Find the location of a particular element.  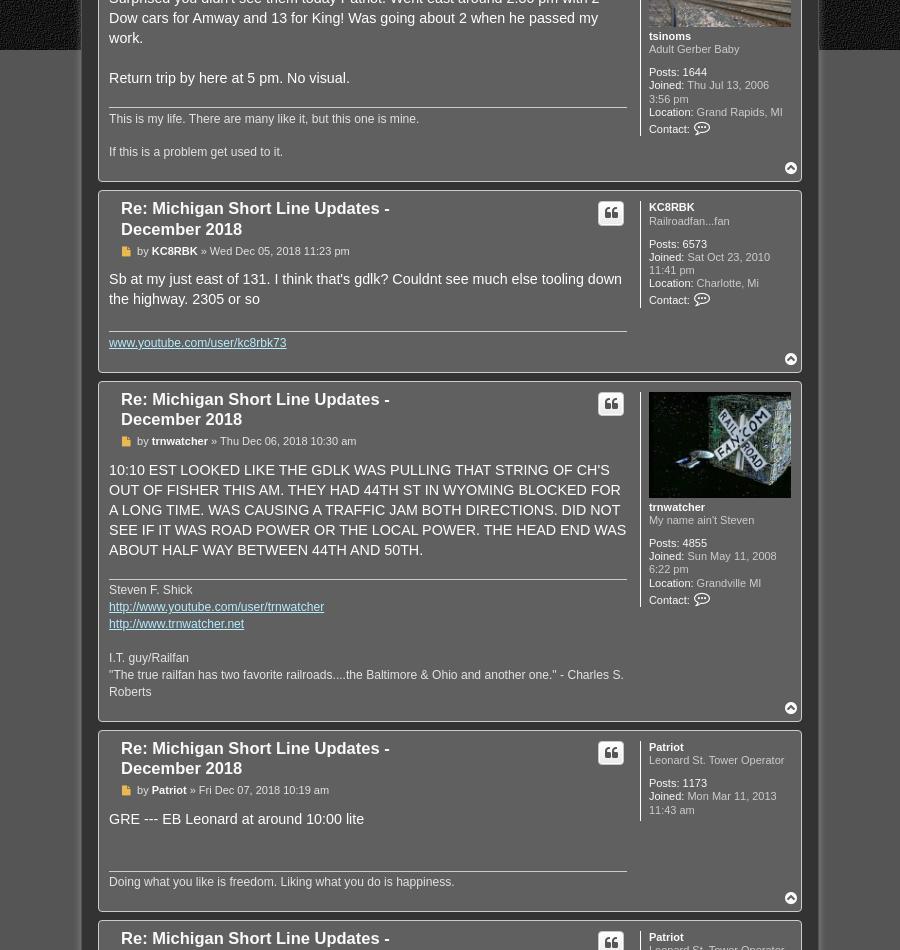

'Thu Dec 06, 2018 10:30 am' is located at coordinates (219, 439).